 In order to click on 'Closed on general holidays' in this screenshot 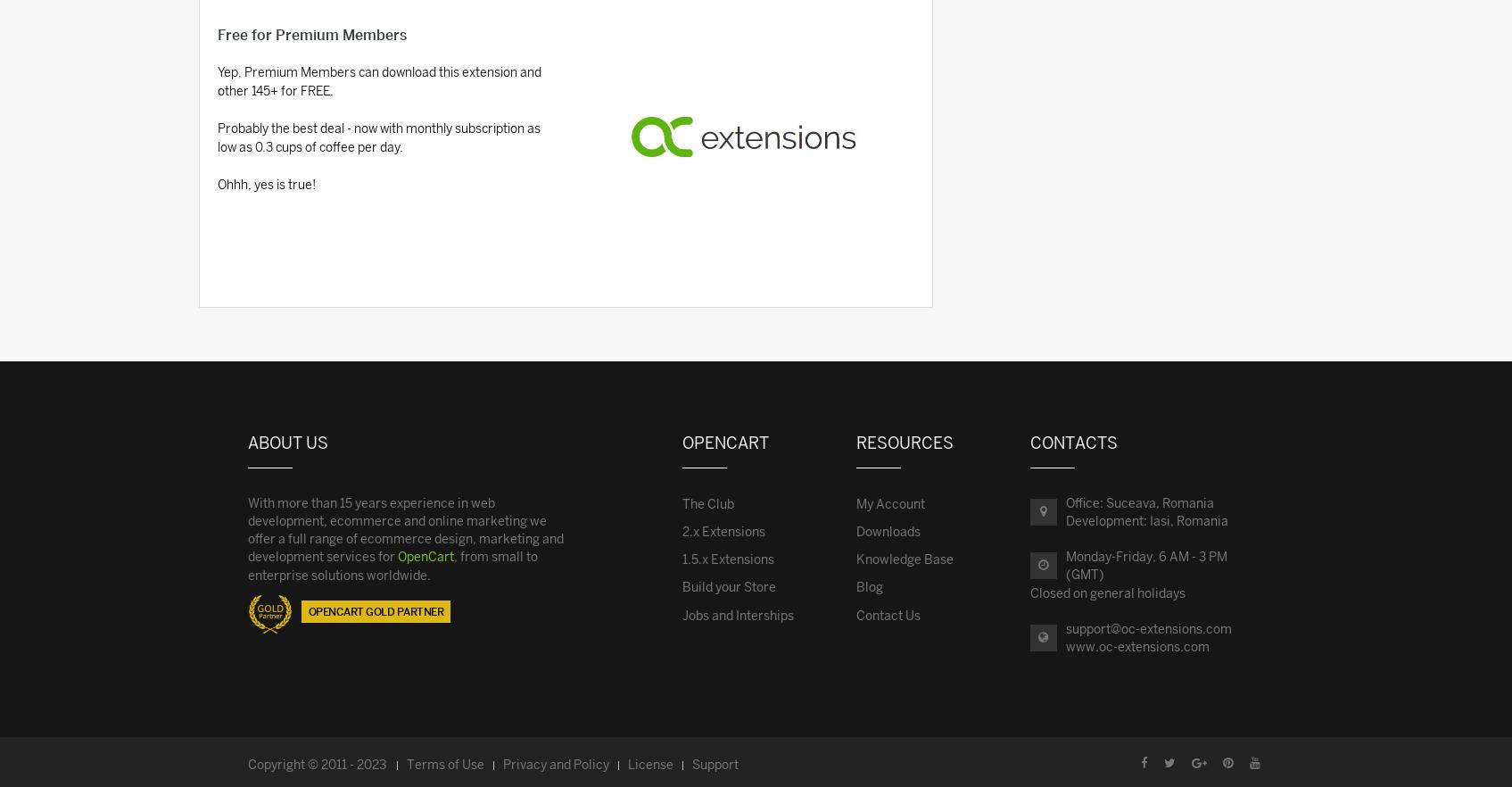, I will do `click(1106, 592)`.